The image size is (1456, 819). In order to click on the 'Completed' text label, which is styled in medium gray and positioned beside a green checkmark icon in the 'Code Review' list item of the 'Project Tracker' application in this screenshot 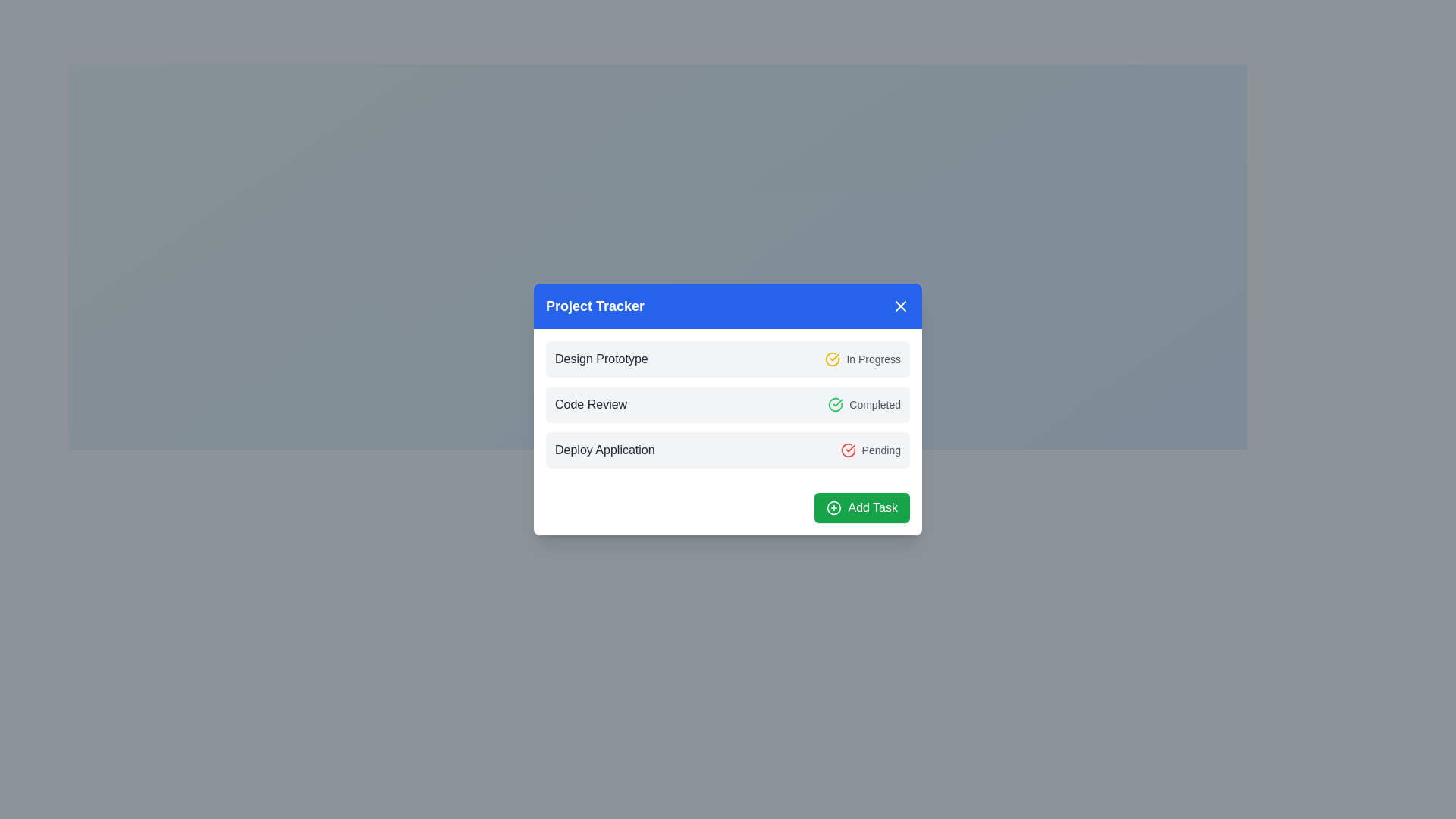, I will do `click(864, 403)`.